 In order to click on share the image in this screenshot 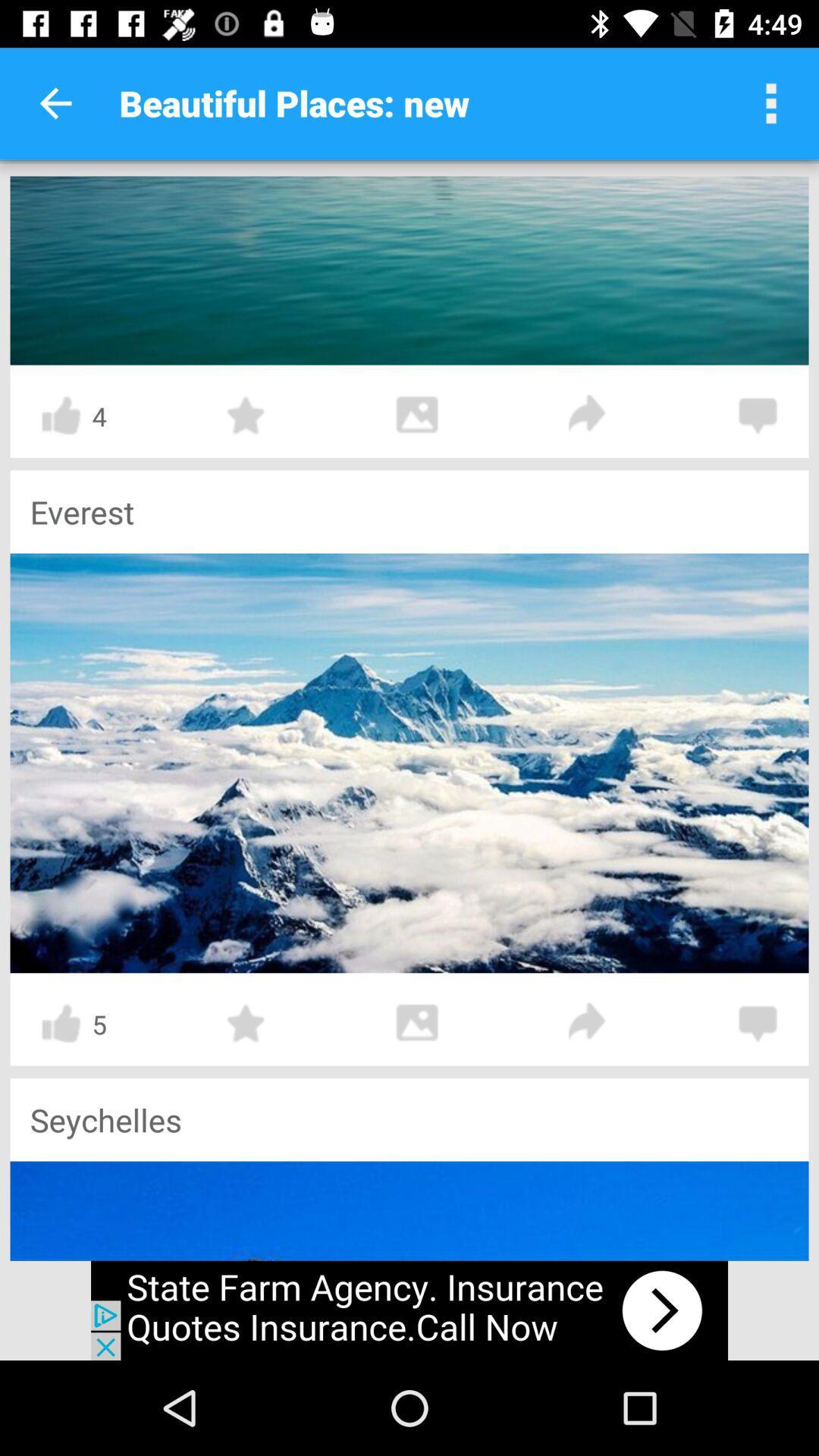, I will do `click(587, 1023)`.